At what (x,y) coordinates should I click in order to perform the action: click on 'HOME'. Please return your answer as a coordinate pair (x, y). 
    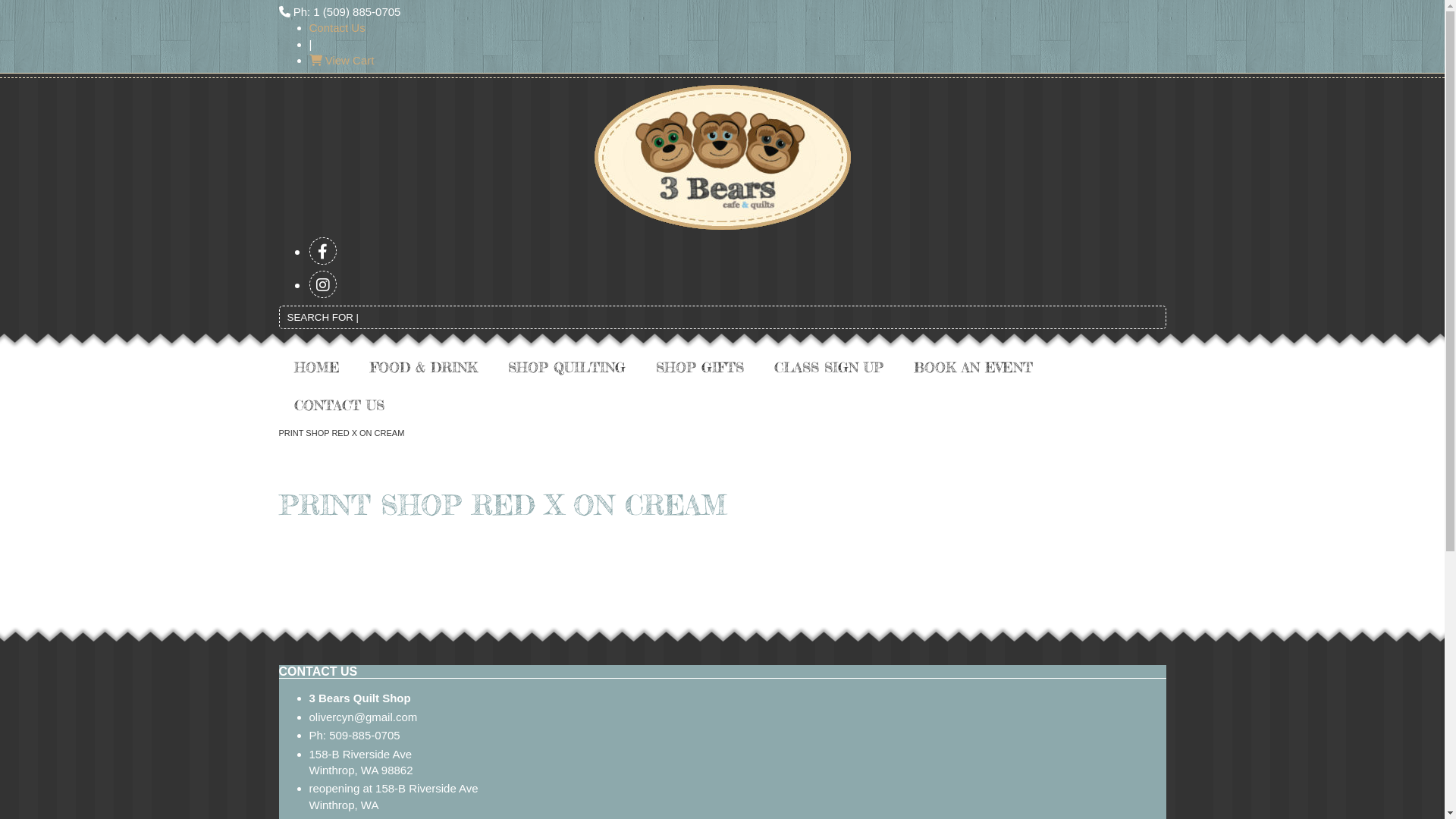
    Looking at the image, I should click on (315, 366).